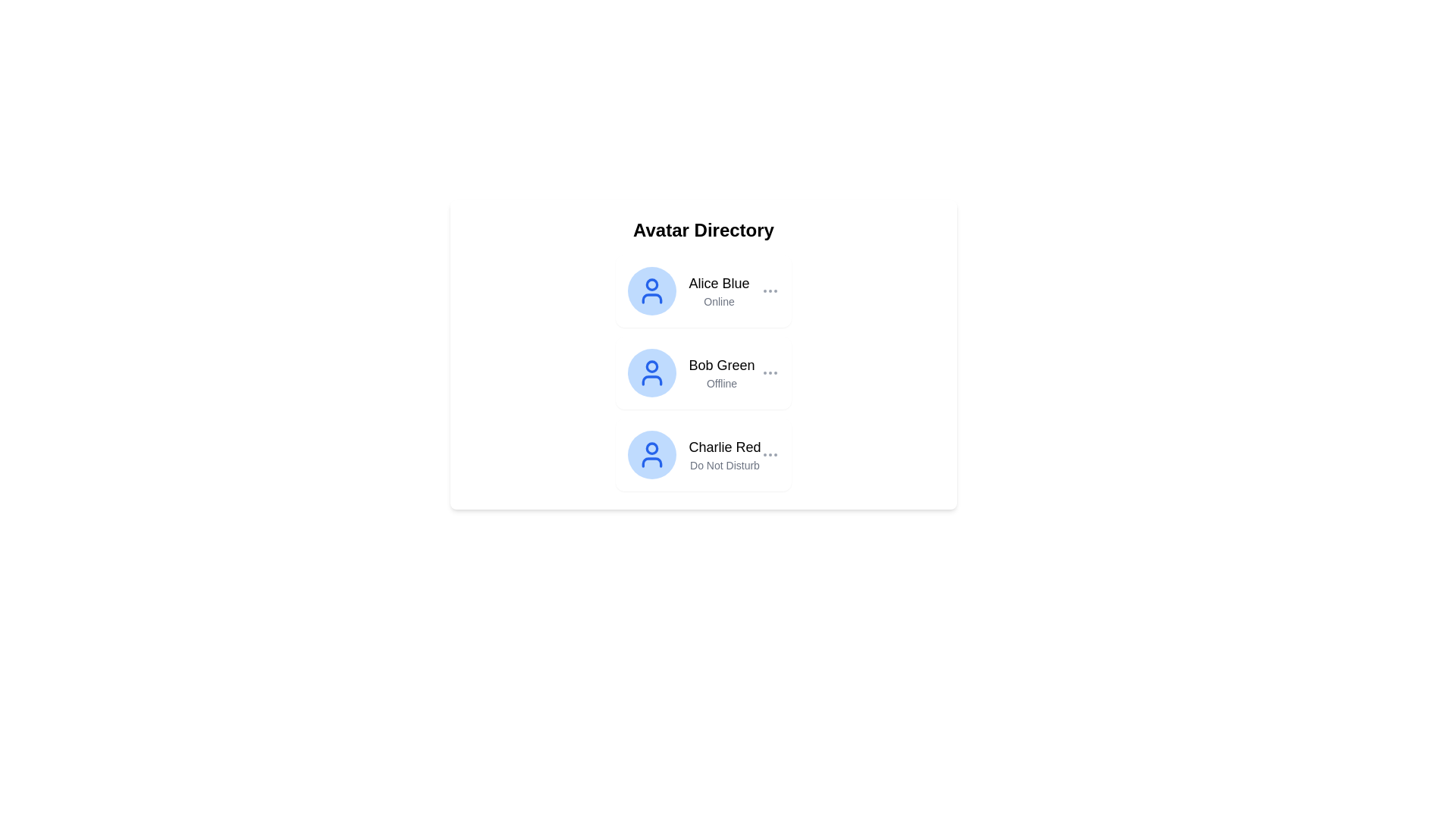 Image resolution: width=1456 pixels, height=819 pixels. I want to click on on the Avatar icon representing 'Bob Green', so click(652, 373).